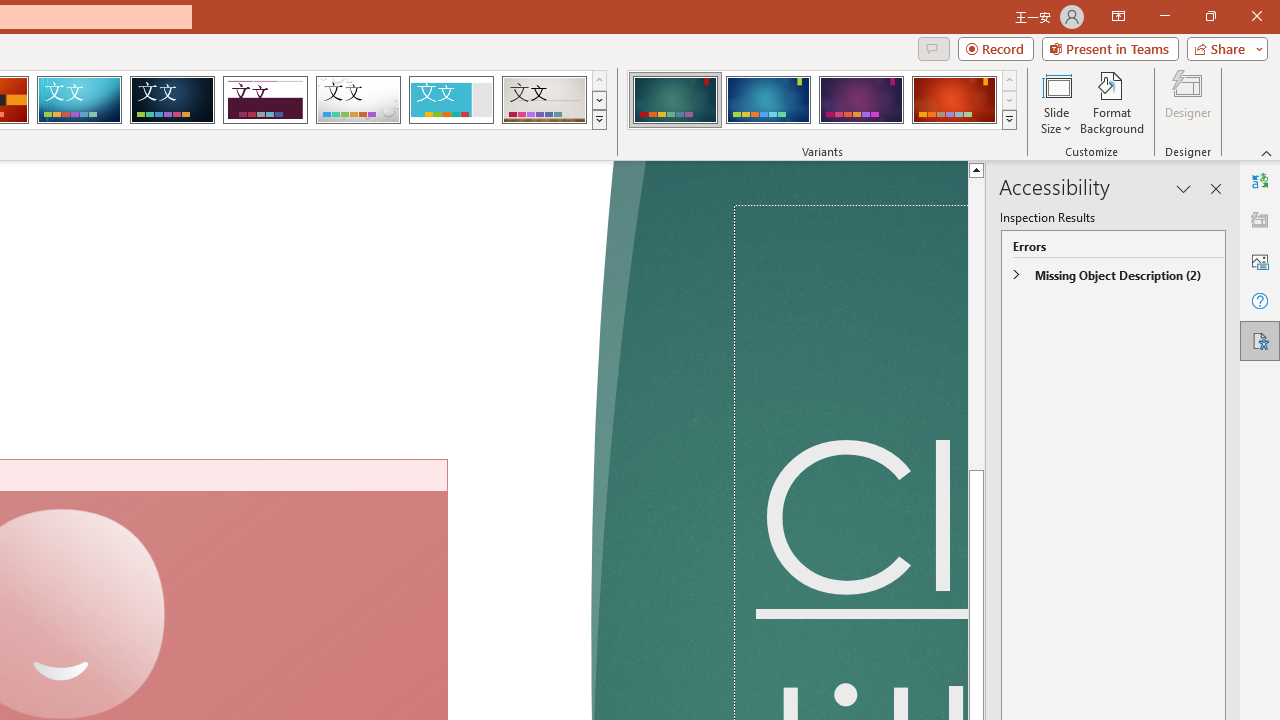  Describe the element at coordinates (675, 100) in the screenshot. I see `'Ion Variant 1'` at that location.